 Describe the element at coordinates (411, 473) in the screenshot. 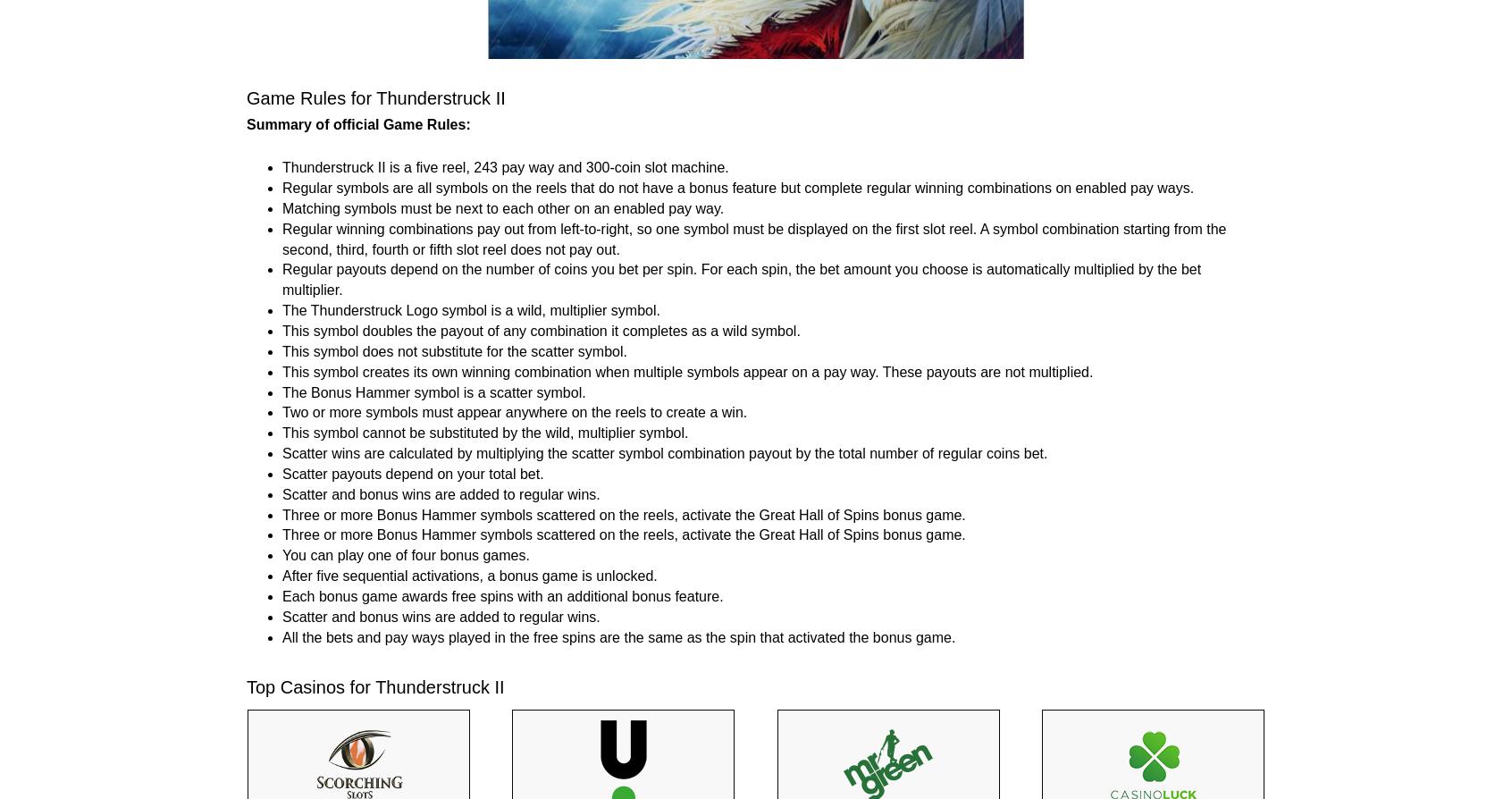

I see `'Scatter payouts depend on your total bet.'` at that location.